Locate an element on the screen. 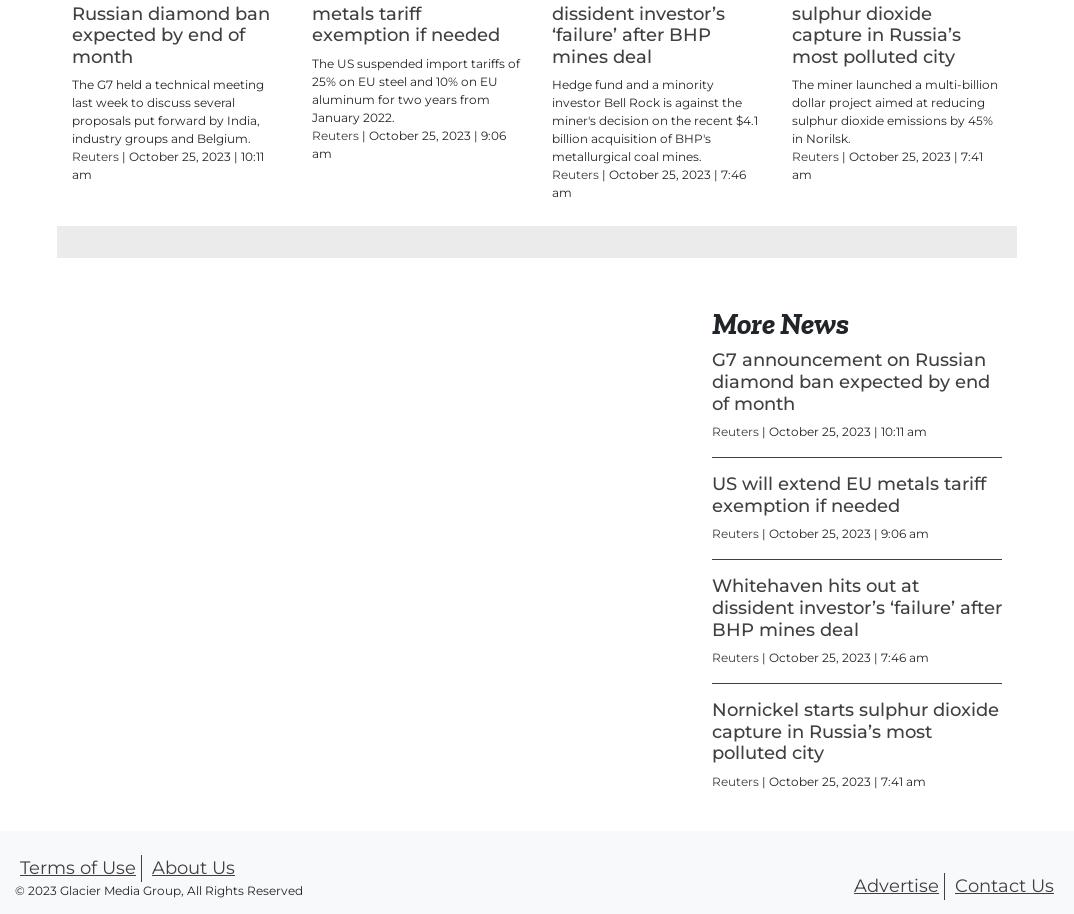  'Contact Us' is located at coordinates (1003, 885).